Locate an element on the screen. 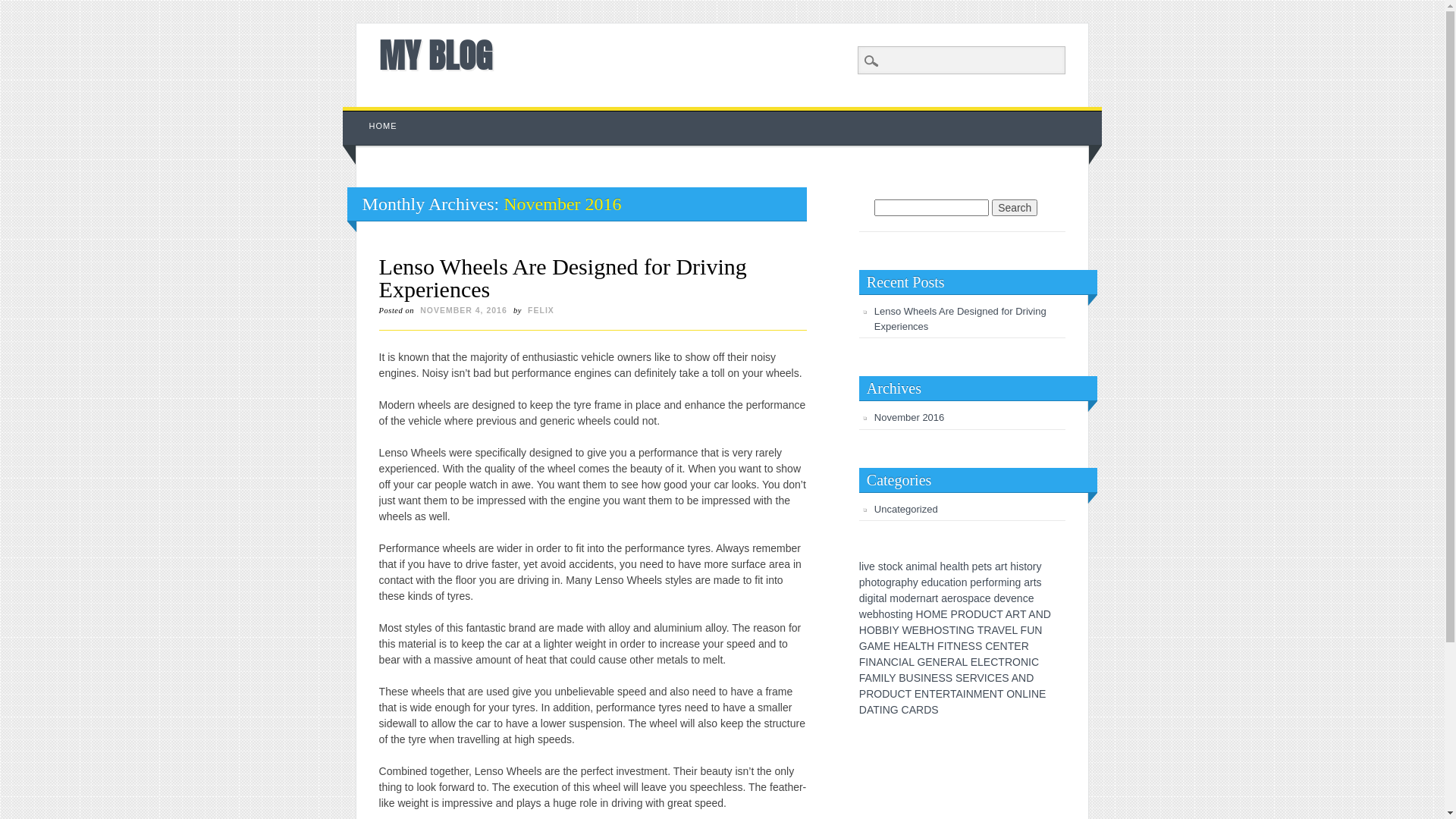  'November 2016' is located at coordinates (909, 417).